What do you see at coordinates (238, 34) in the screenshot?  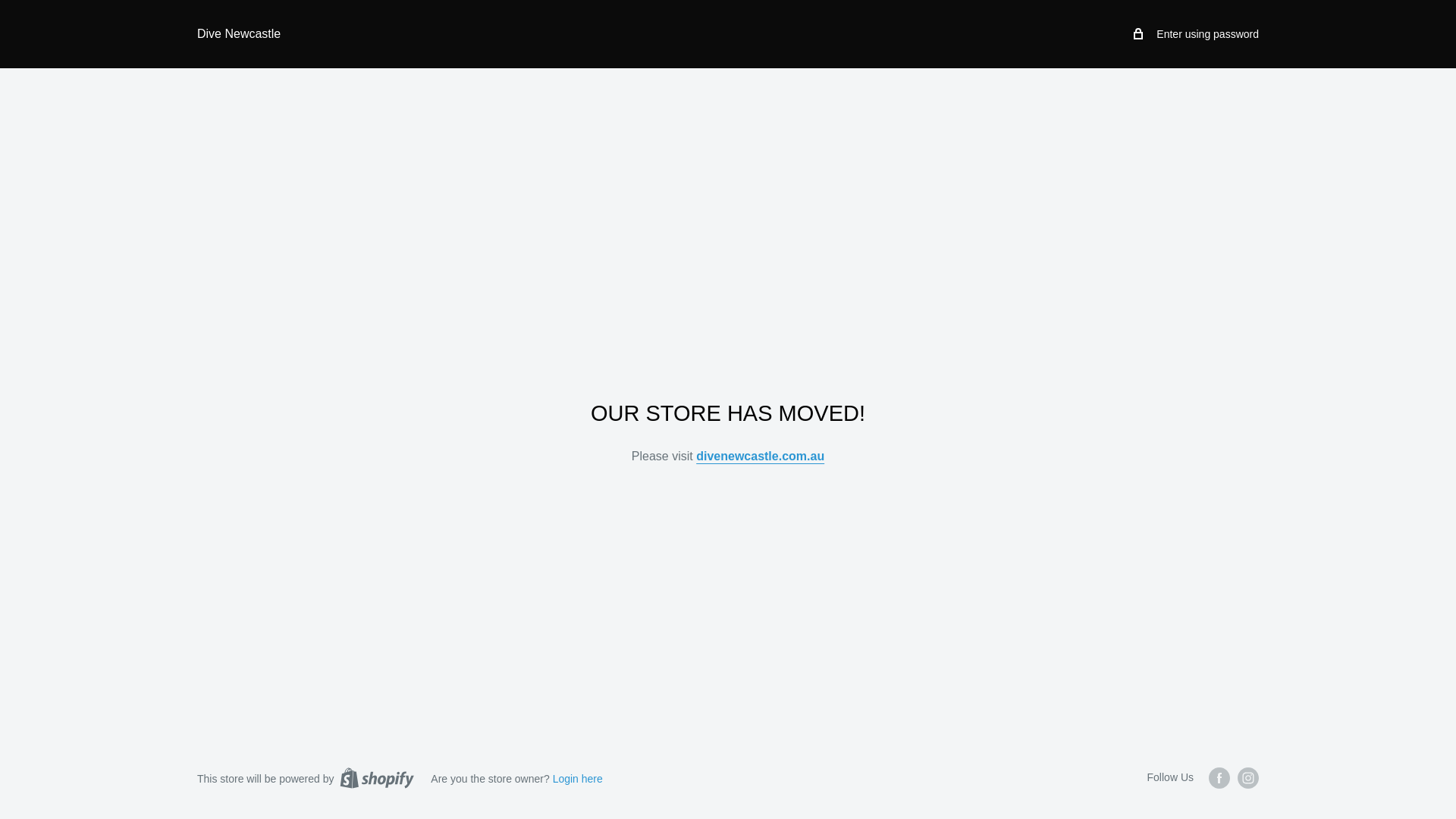 I see `'Dive Newcastle'` at bounding box center [238, 34].